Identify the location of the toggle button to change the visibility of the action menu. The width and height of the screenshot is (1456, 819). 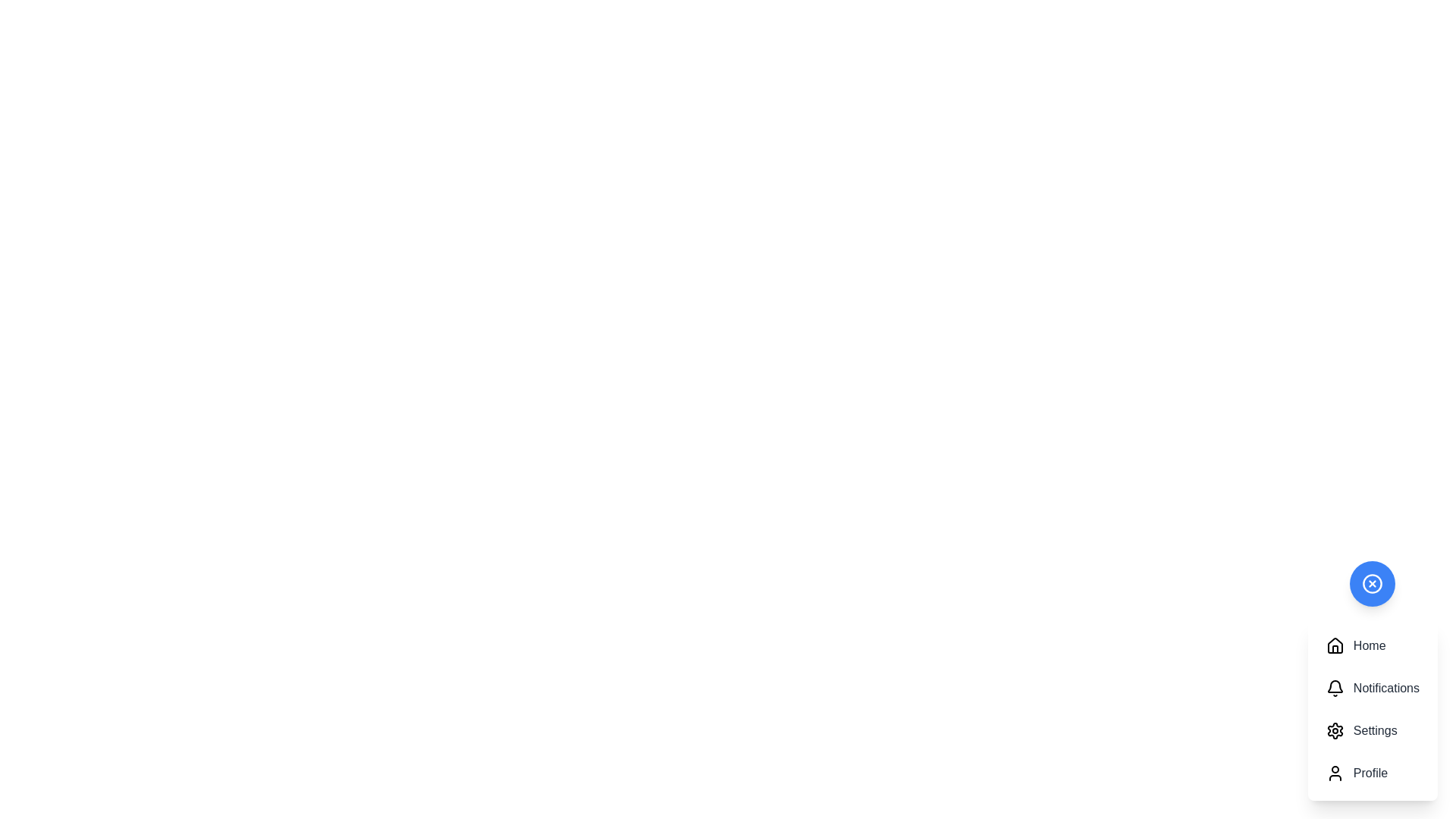
(1372, 583).